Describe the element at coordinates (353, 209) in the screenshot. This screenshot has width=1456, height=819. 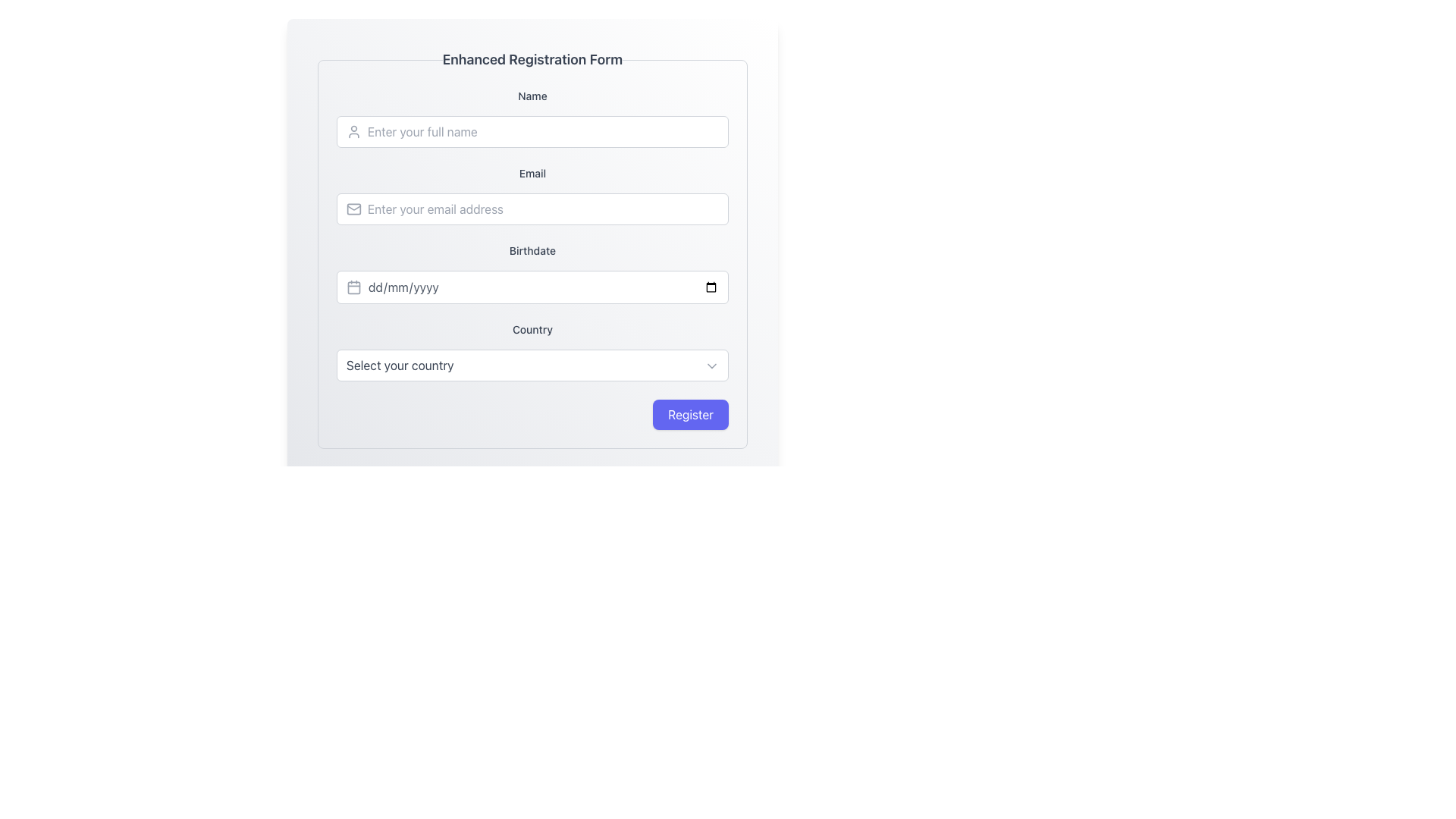
I see `the decorative envelope outline icon located to the left of the email input field, which symbolizes email functionality` at that location.